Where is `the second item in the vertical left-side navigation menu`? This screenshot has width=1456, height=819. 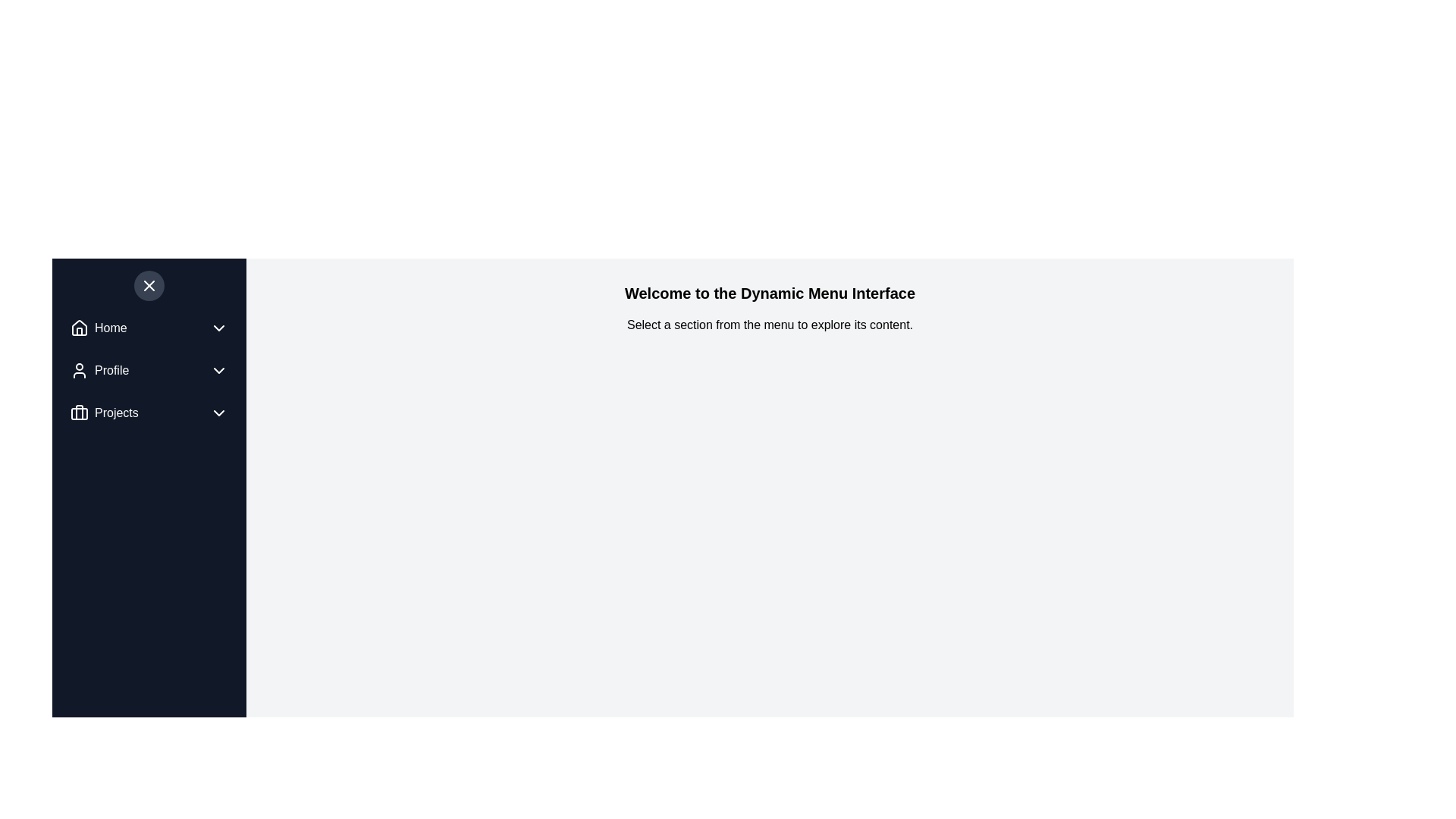 the second item in the vertical left-side navigation menu is located at coordinates (149, 371).